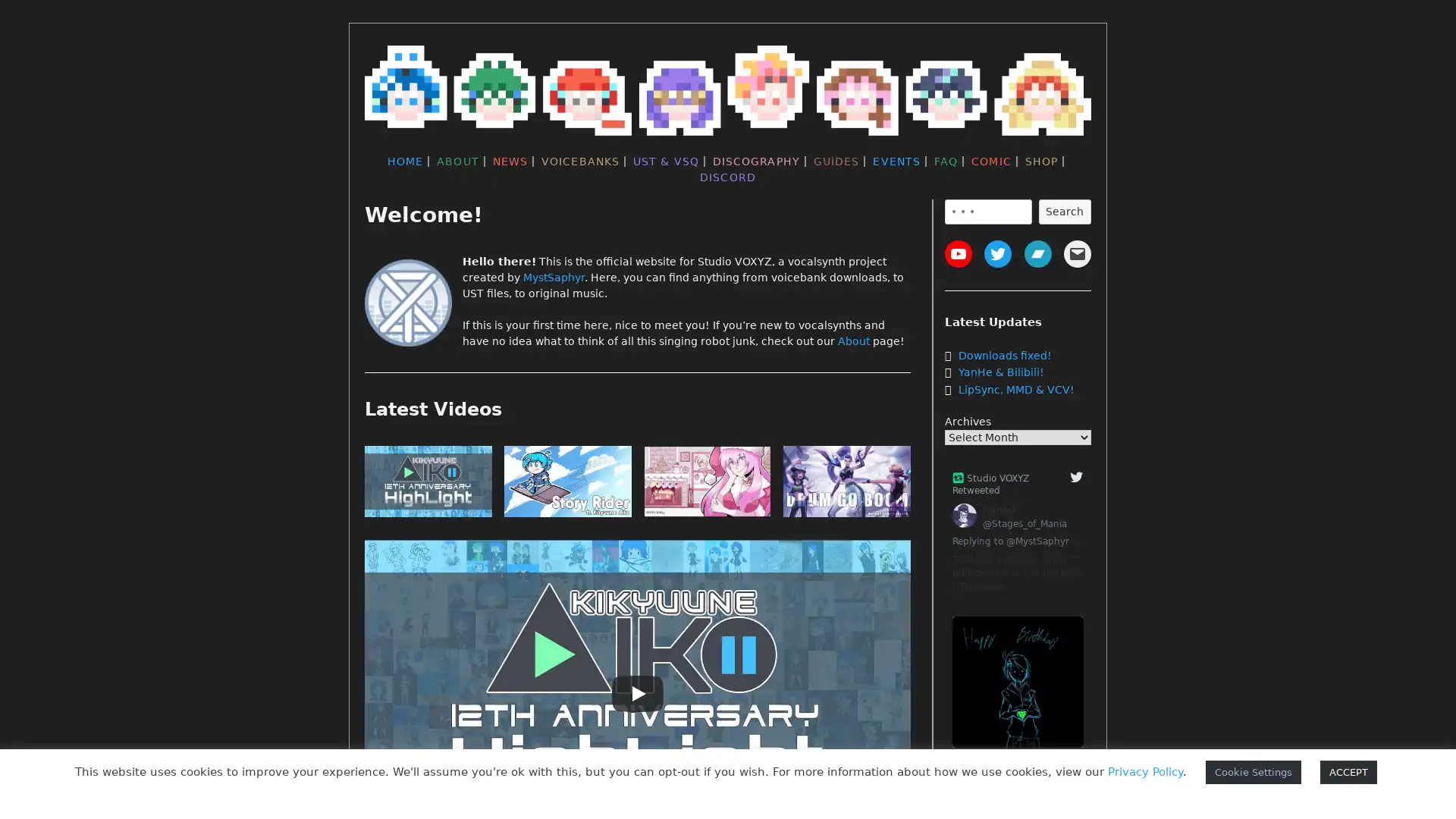 The width and height of the screenshot is (1456, 819). Describe the element at coordinates (846, 485) in the screenshot. I see `play` at that location.